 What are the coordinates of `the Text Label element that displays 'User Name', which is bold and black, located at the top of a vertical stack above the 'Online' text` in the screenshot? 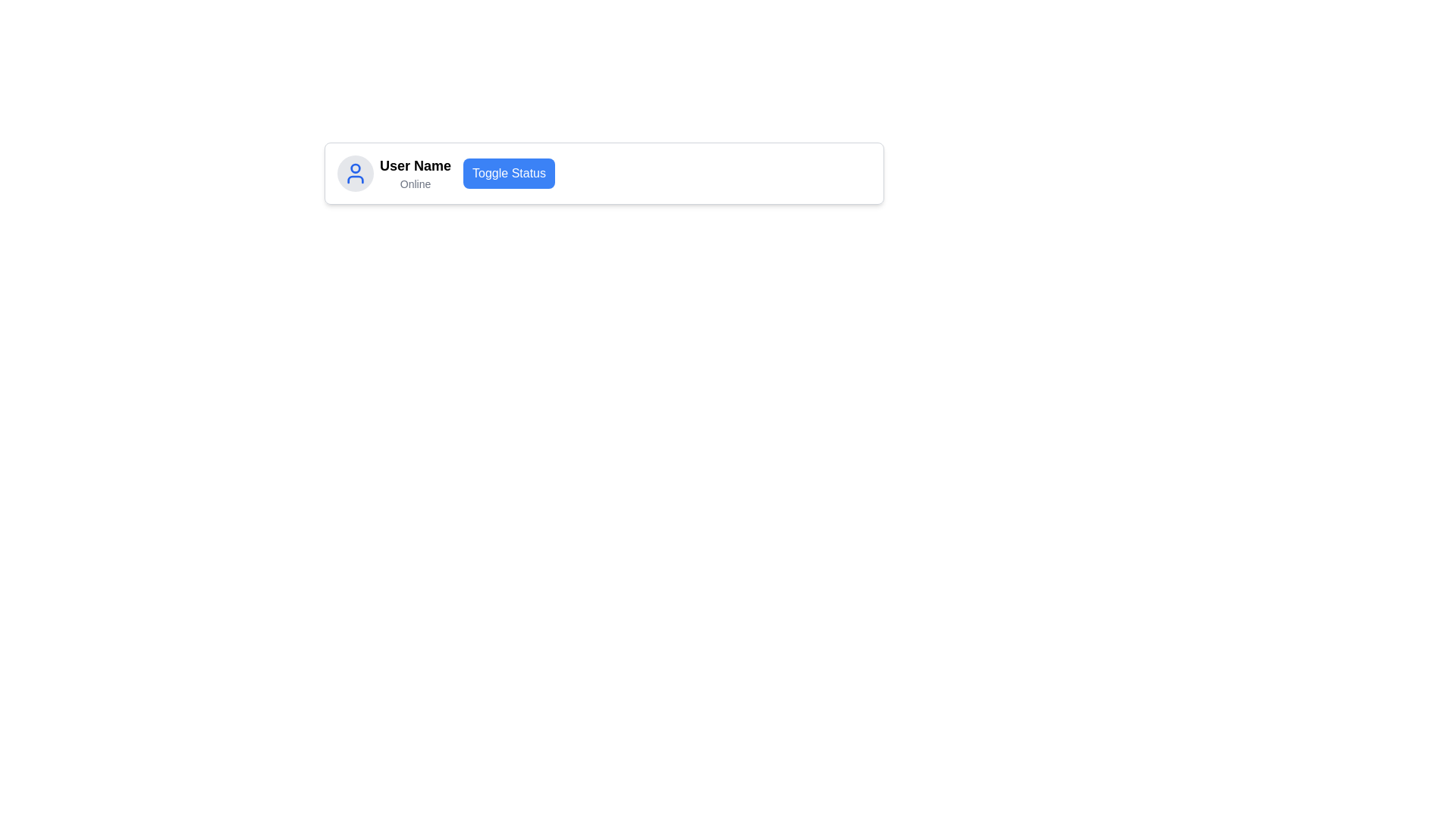 It's located at (415, 166).